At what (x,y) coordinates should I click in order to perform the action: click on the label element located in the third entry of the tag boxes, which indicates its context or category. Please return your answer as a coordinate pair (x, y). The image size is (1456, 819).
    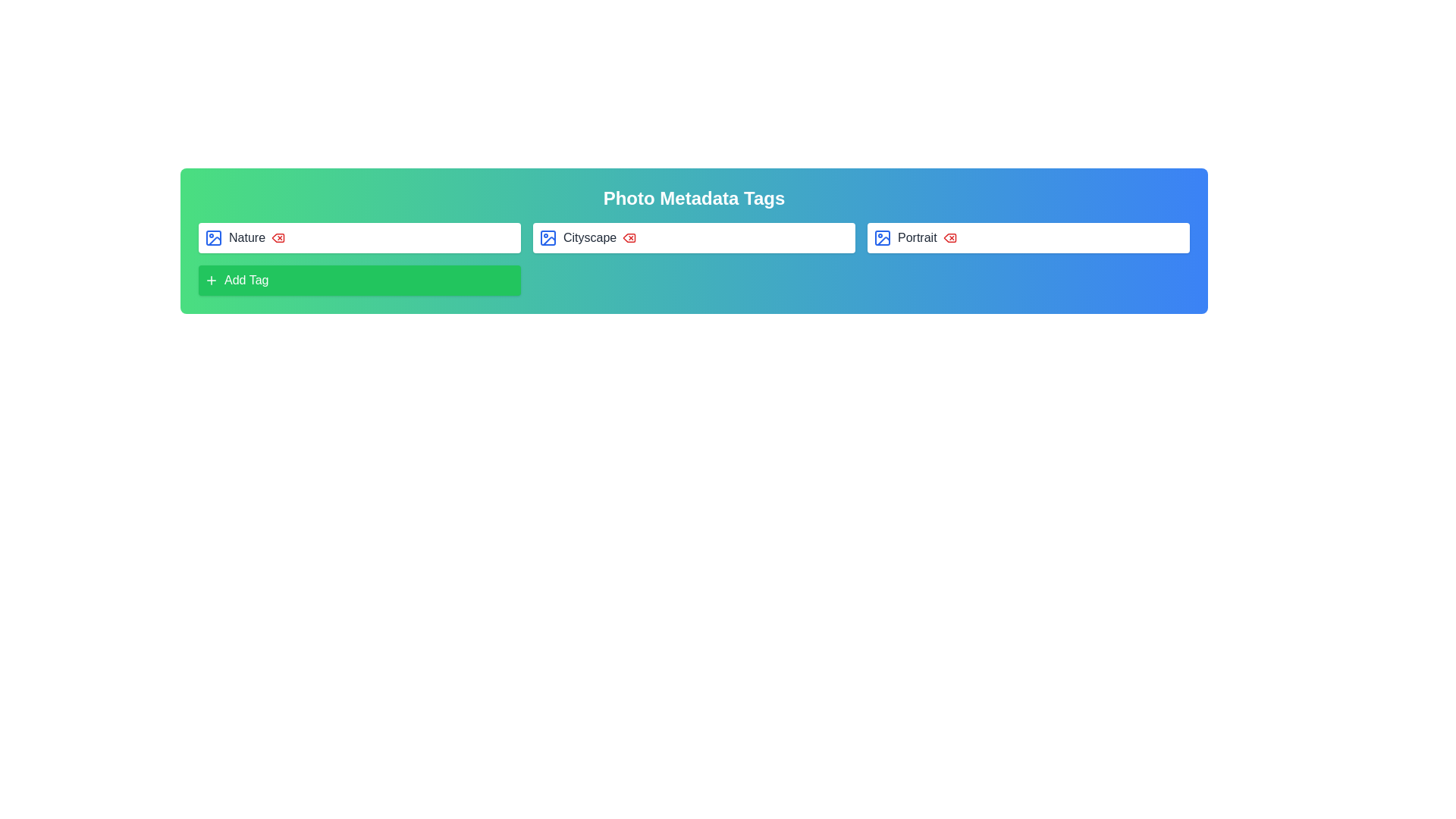
    Looking at the image, I should click on (916, 237).